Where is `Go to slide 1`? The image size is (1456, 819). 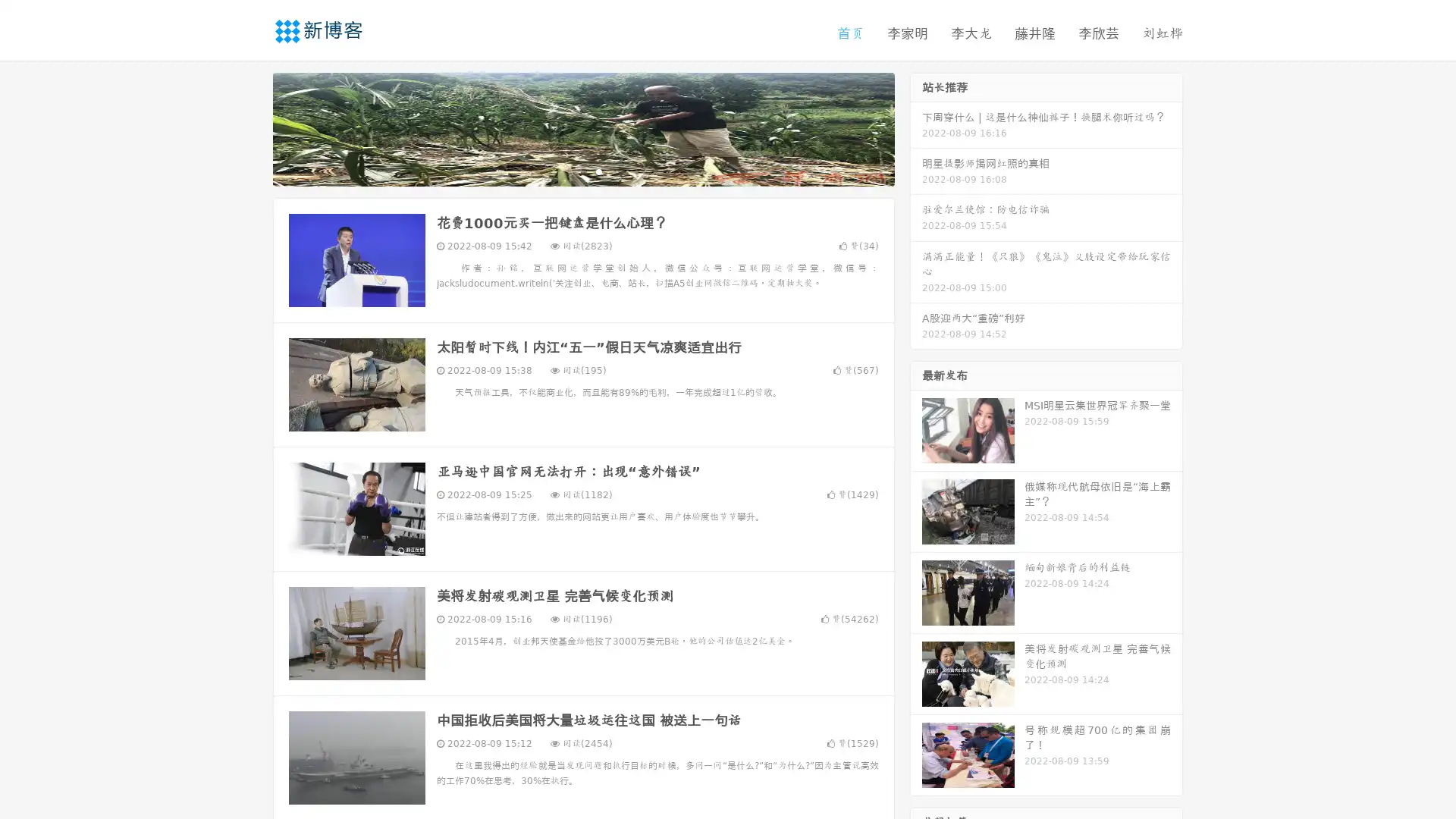 Go to slide 1 is located at coordinates (567, 171).